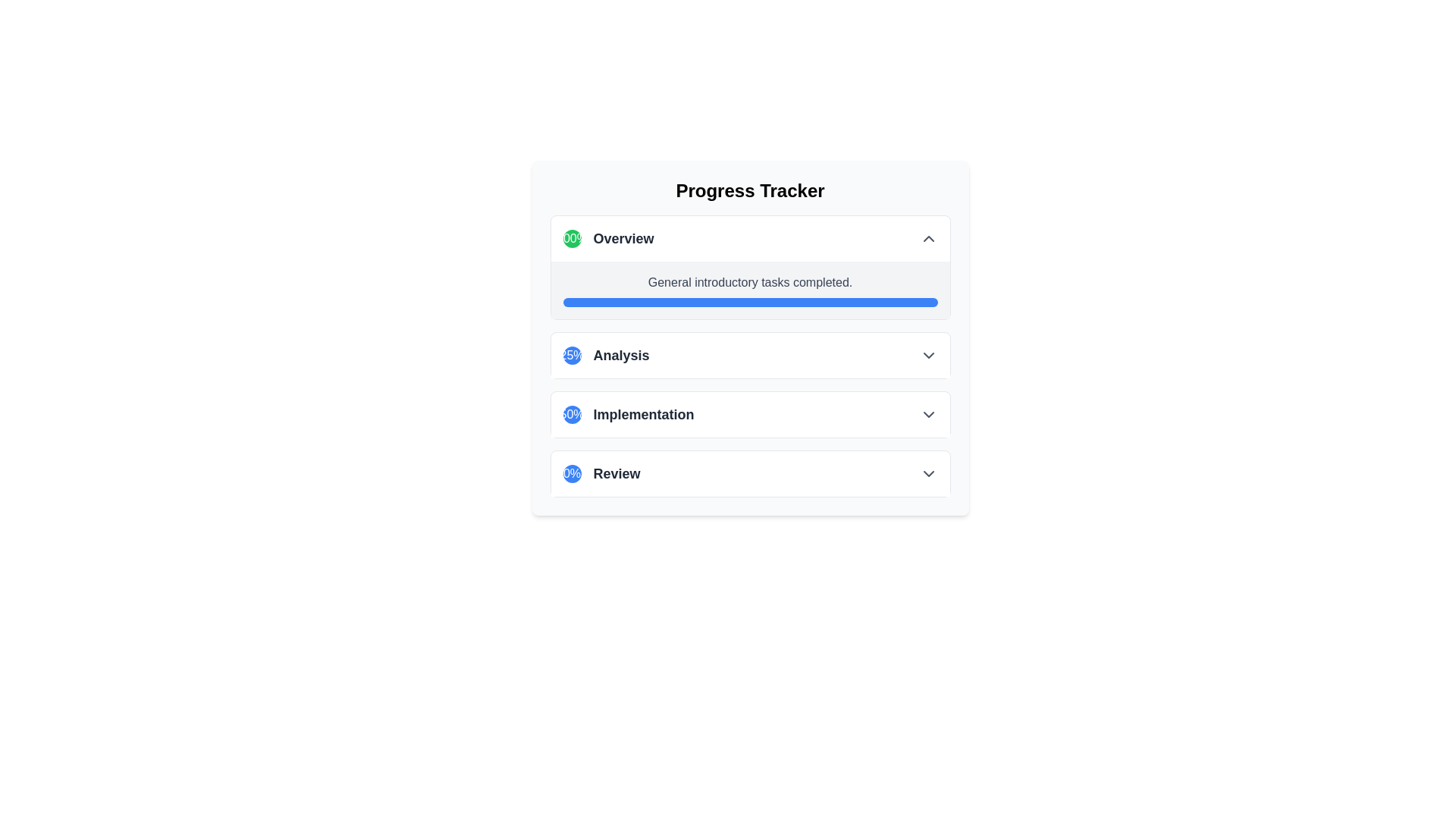 The image size is (1456, 819). Describe the element at coordinates (750, 302) in the screenshot. I see `the fully filled blue progress bar indicating completion of all introductory tasks, located beneath the text 'General introductory tasks completed.'` at that location.